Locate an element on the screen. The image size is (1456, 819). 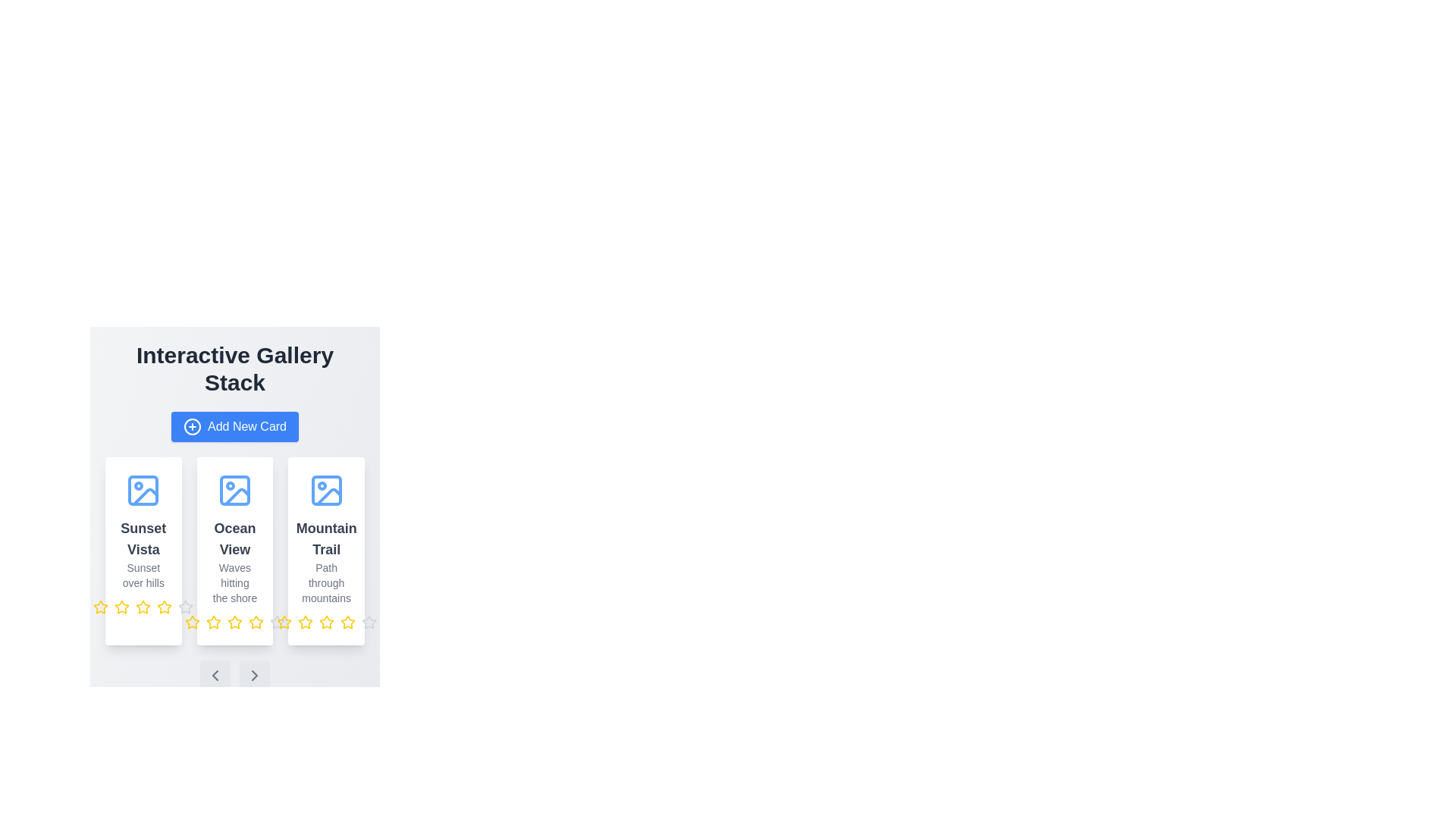
subtitle text located beneath the title 'Mountain Trail' in the third card of the horizontal row of cards is located at coordinates (325, 582).